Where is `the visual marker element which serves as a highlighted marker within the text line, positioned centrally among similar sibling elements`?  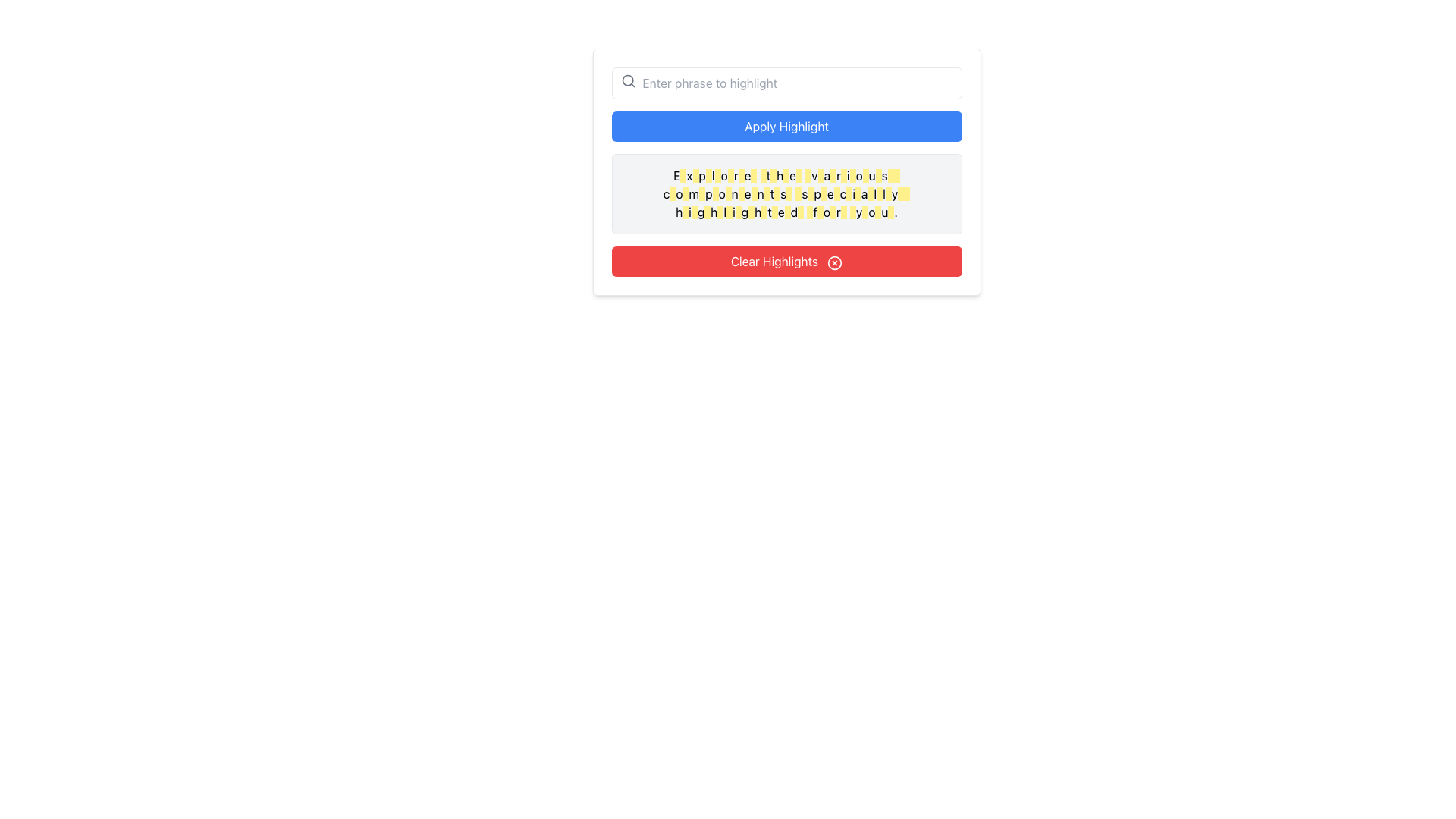
the visual marker element which serves as a highlighted marker within the text line, positioned centrally among similar sibling elements is located at coordinates (752, 212).